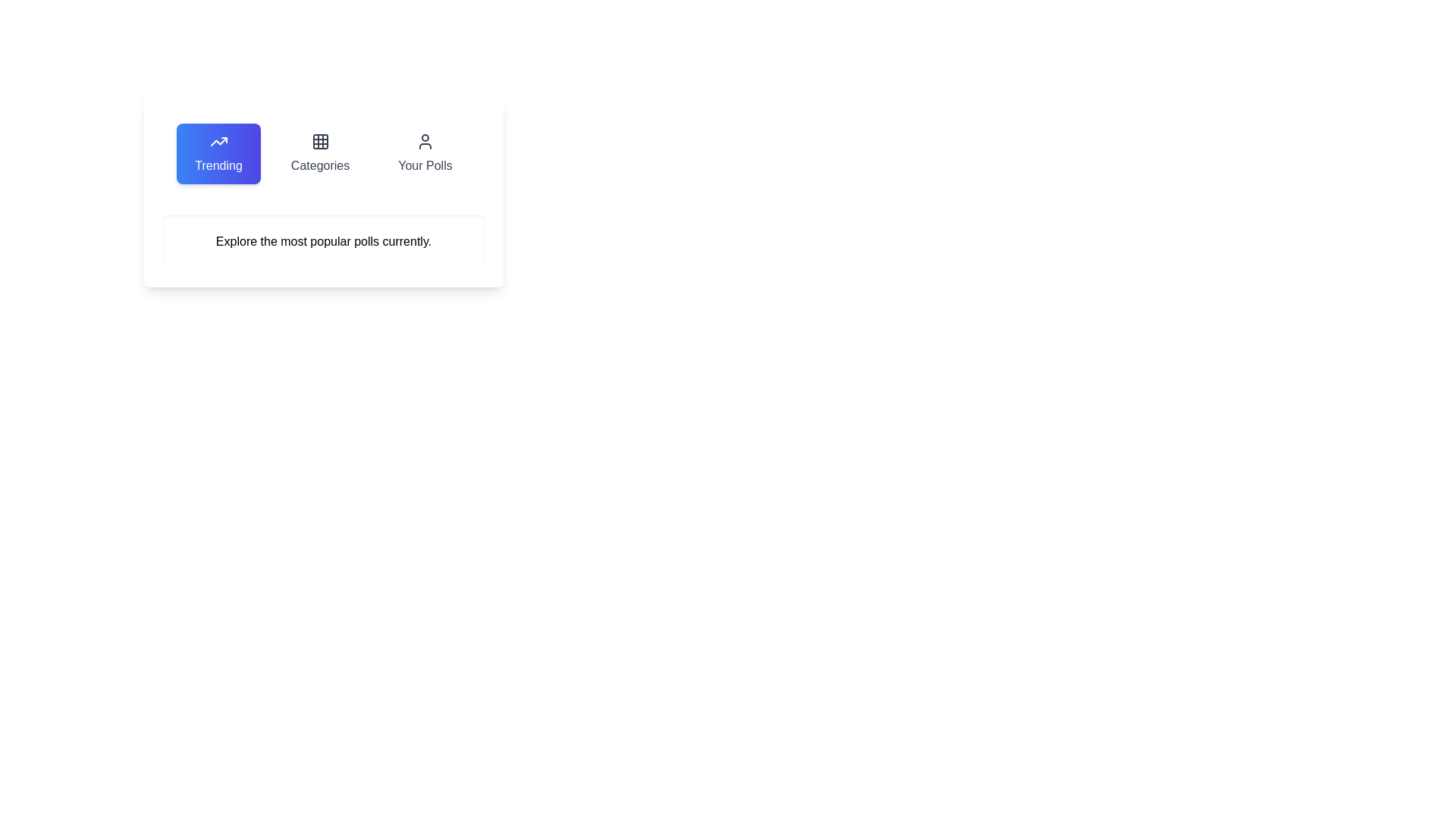 The height and width of the screenshot is (819, 1456). What do you see at coordinates (425, 154) in the screenshot?
I see `the tab labeled Your Polls to view its hover effect` at bounding box center [425, 154].